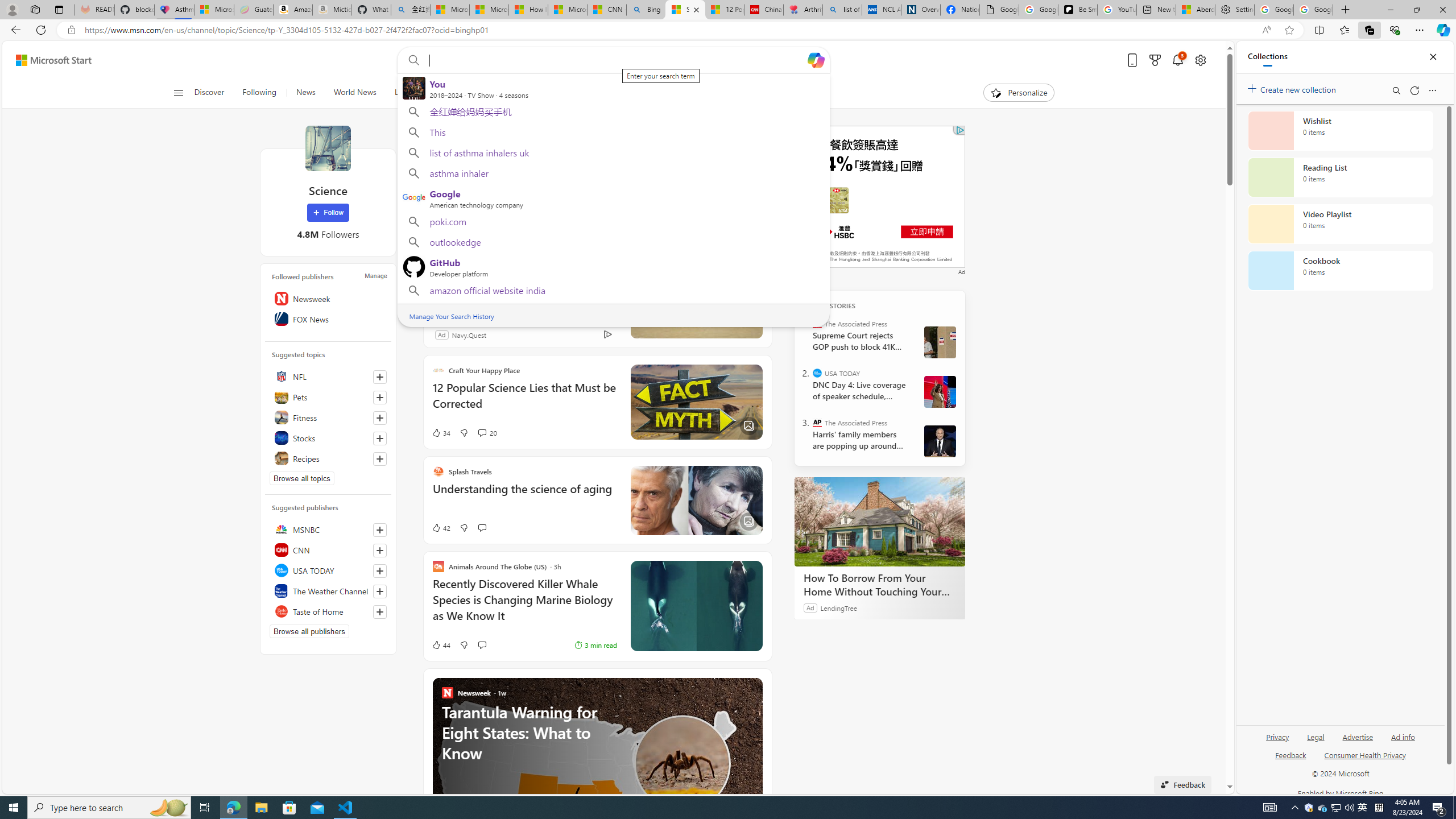  Describe the element at coordinates (174, 9) in the screenshot. I see `'Asthma Inhalers: Names and Types'` at that location.